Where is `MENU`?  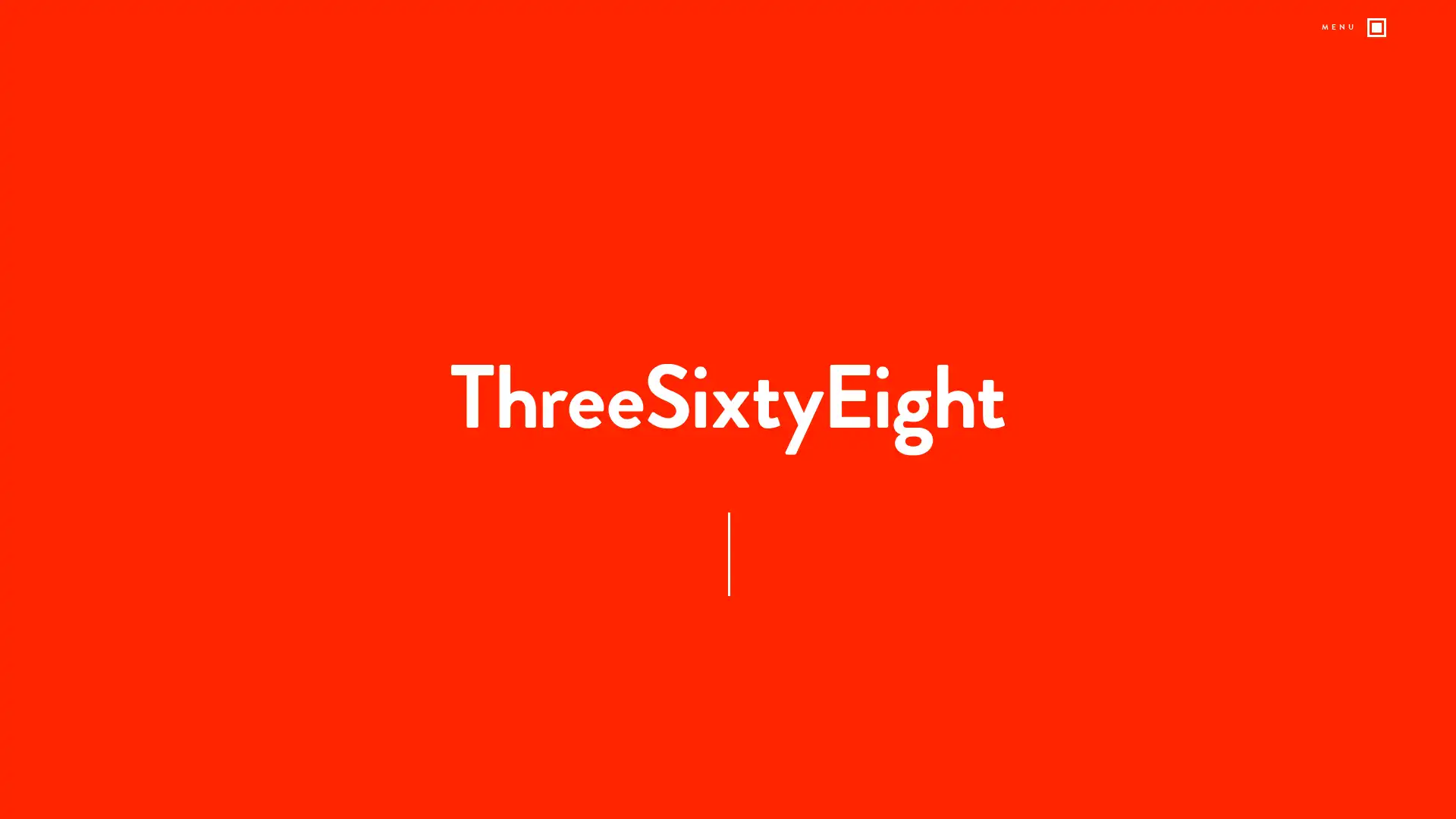
MENU is located at coordinates (1355, 28).